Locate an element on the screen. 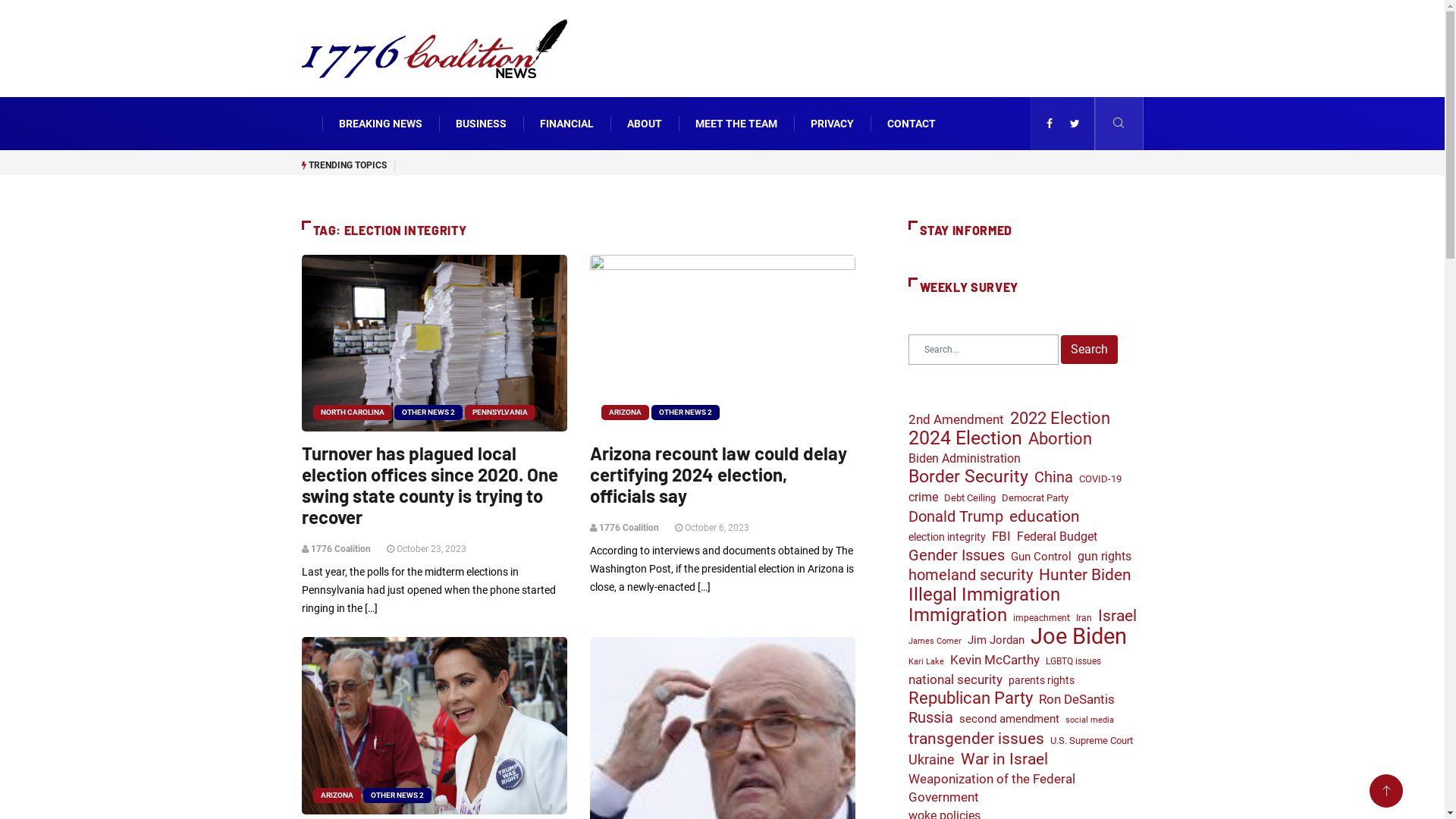 This screenshot has height=819, width=1456. 'Border Security' is located at coordinates (908, 475).